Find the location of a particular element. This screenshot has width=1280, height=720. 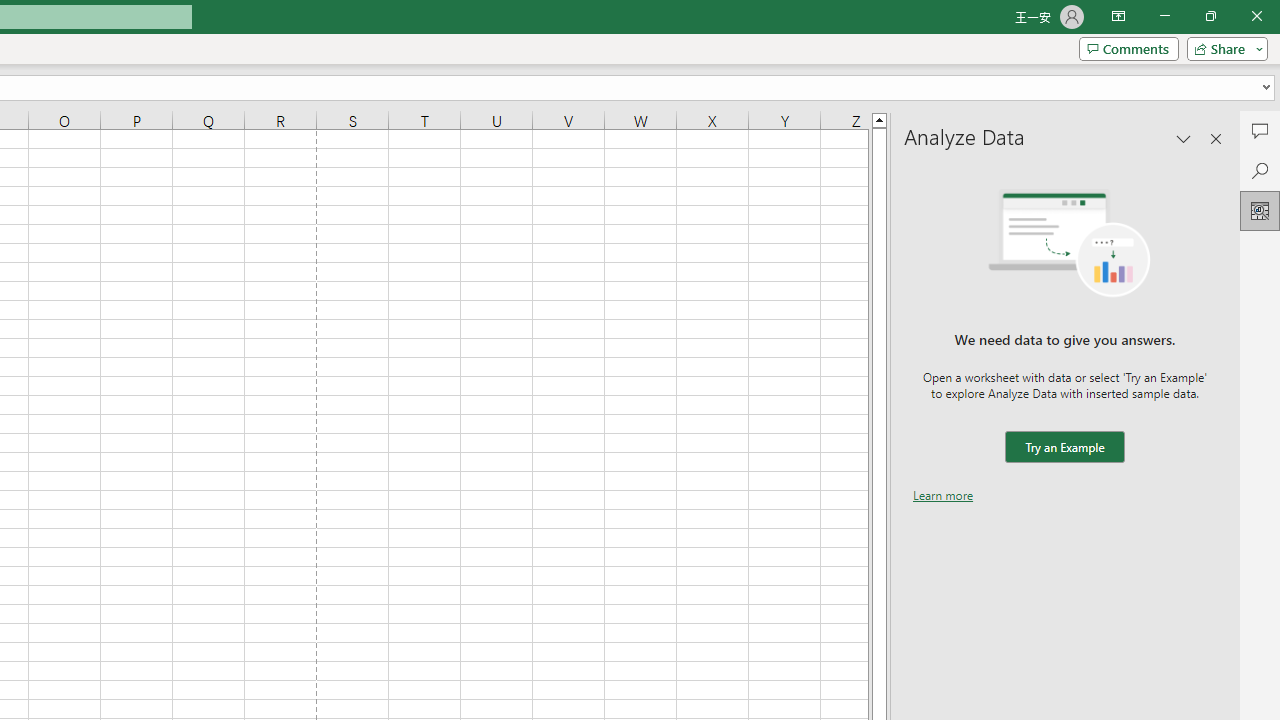

'We need data to give you answers. Try an Example' is located at coordinates (1063, 446).